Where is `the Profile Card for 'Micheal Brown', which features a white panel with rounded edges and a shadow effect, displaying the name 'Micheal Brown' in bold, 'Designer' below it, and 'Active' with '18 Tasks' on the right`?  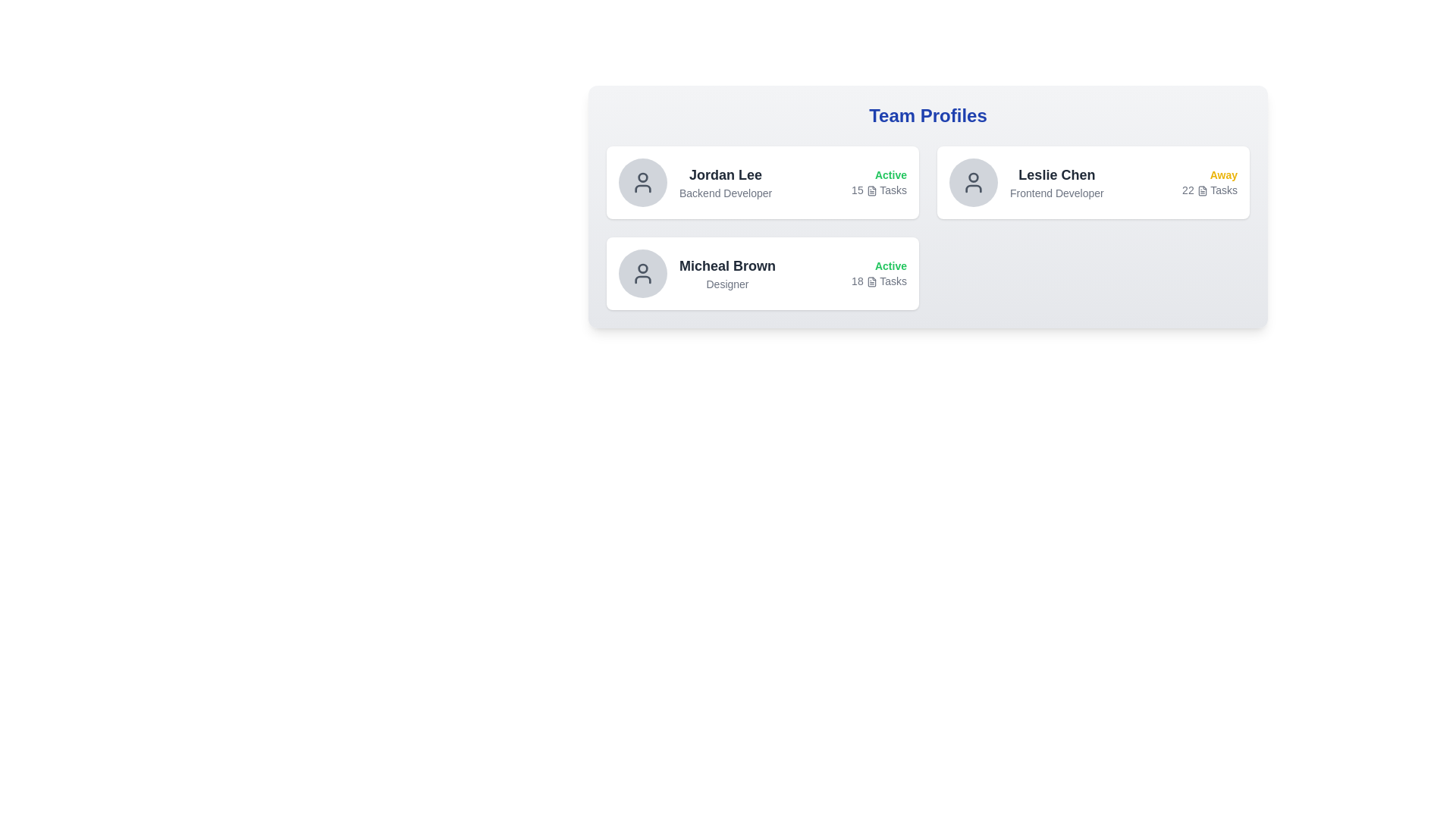 the Profile Card for 'Micheal Brown', which features a white panel with rounded edges and a shadow effect, displaying the name 'Micheal Brown' in bold, 'Designer' below it, and 'Active' with '18 Tasks' on the right is located at coordinates (763, 274).